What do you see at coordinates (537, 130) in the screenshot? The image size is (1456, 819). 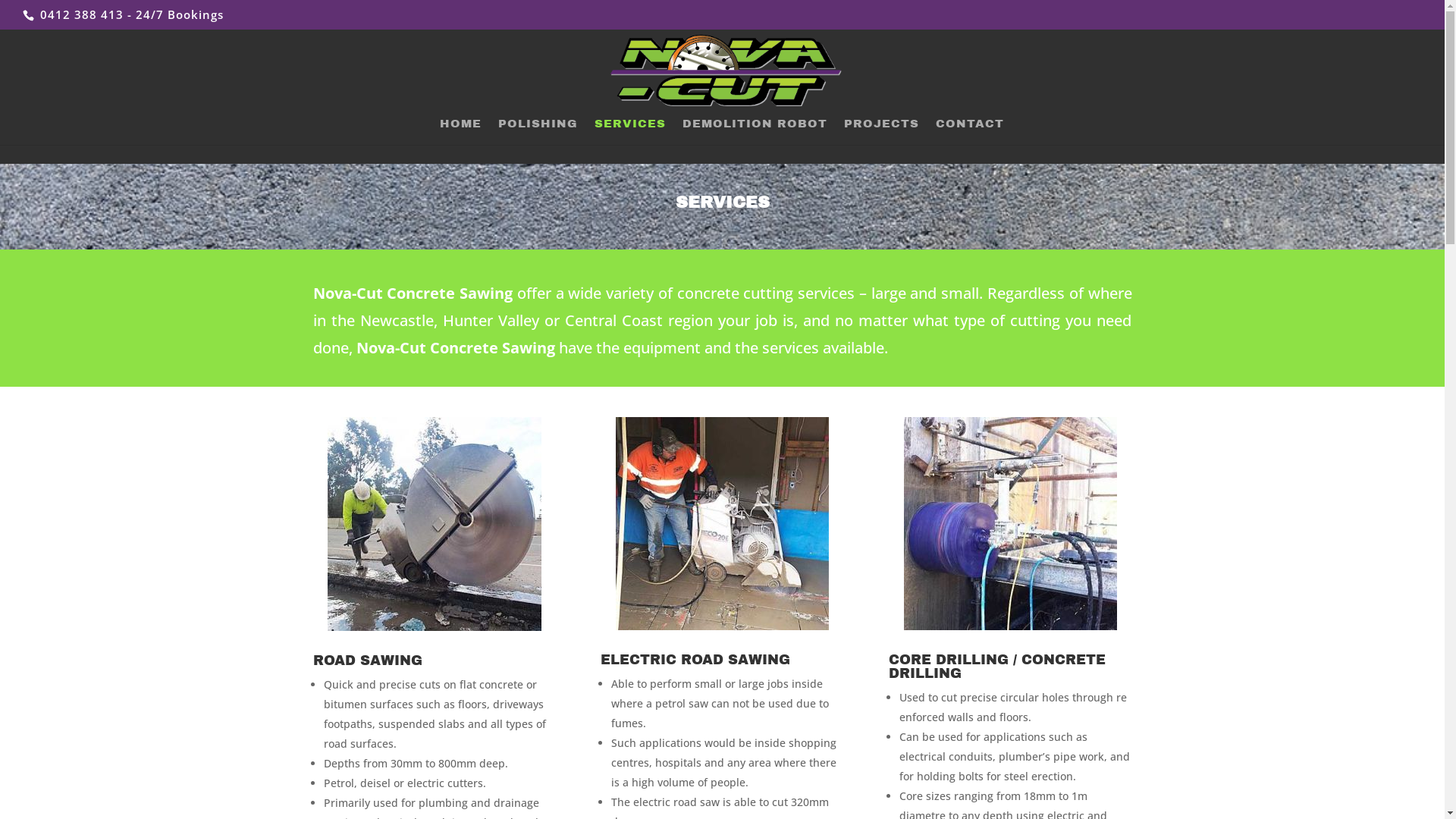 I see `'POLISHING'` at bounding box center [537, 130].